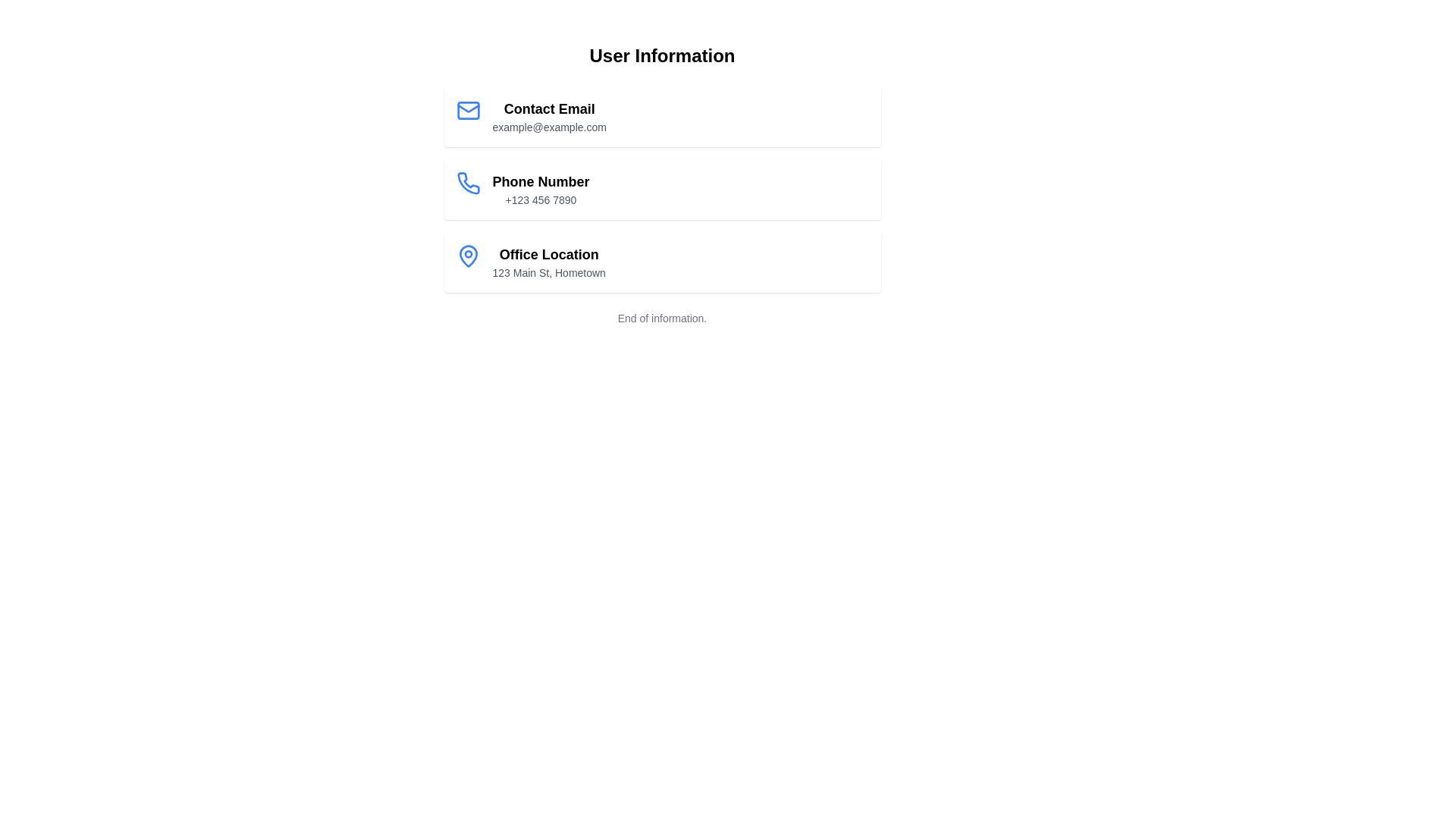  I want to click on the 'Contact Email' text label, which is displayed in bold and larger font size as the title of the first information card under 'User Information', so click(548, 108).